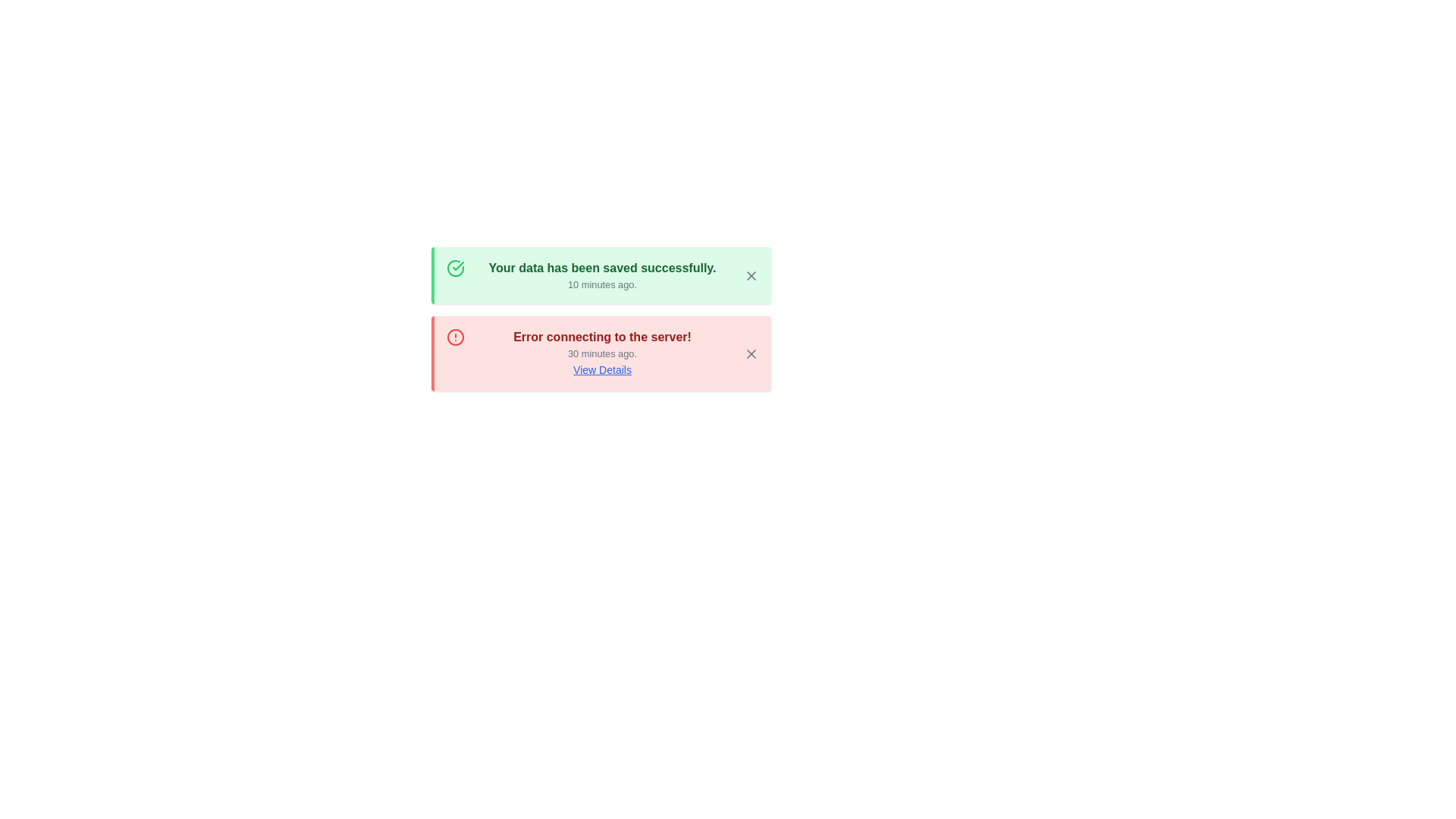  What do you see at coordinates (751, 275) in the screenshot?
I see `the dismiss button located at the top-right corner of the green notification banner` at bounding box center [751, 275].